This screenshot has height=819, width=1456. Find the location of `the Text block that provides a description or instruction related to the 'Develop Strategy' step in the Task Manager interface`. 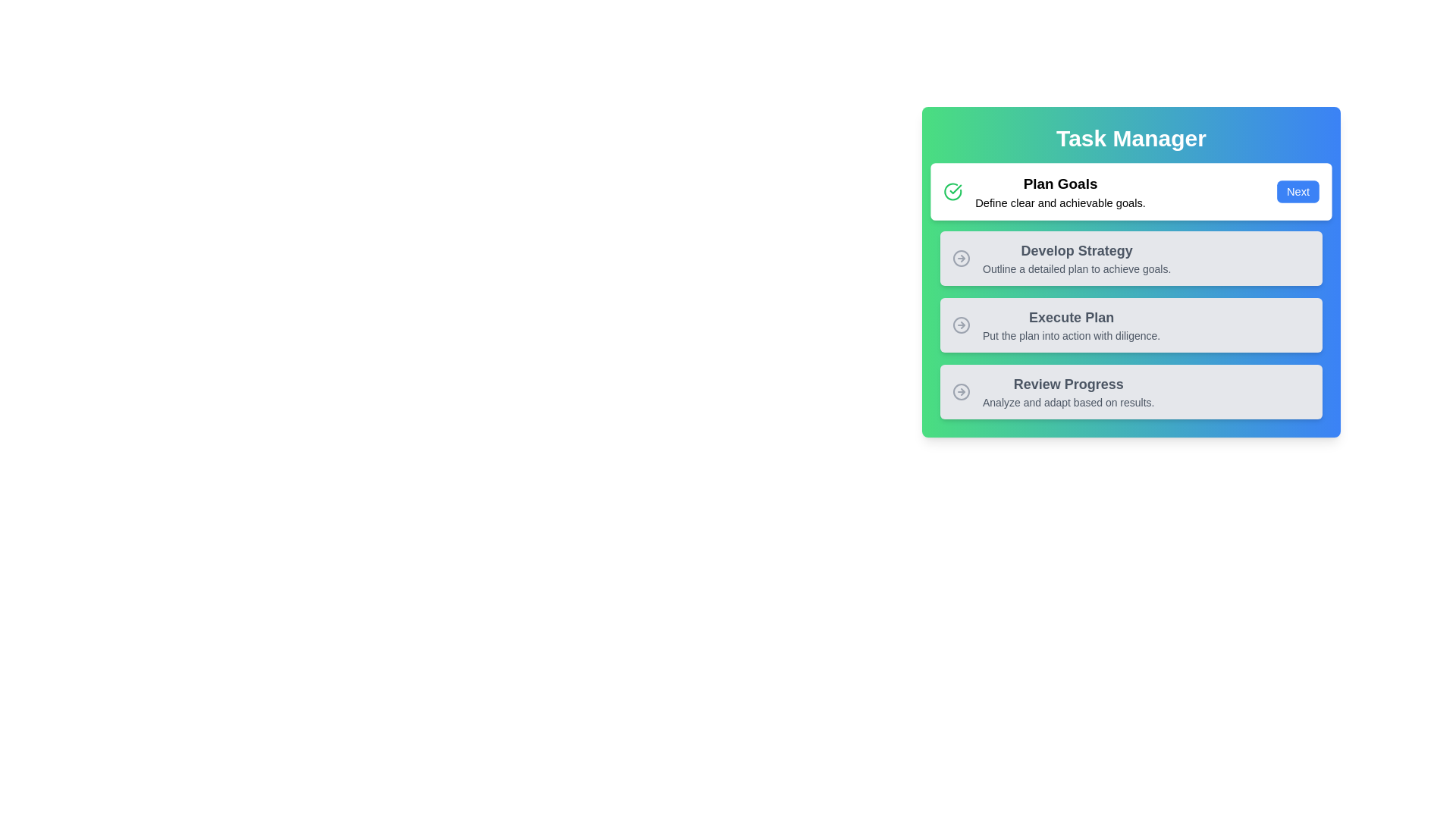

the Text block that provides a description or instruction related to the 'Develop Strategy' step in the Task Manager interface is located at coordinates (1076, 268).